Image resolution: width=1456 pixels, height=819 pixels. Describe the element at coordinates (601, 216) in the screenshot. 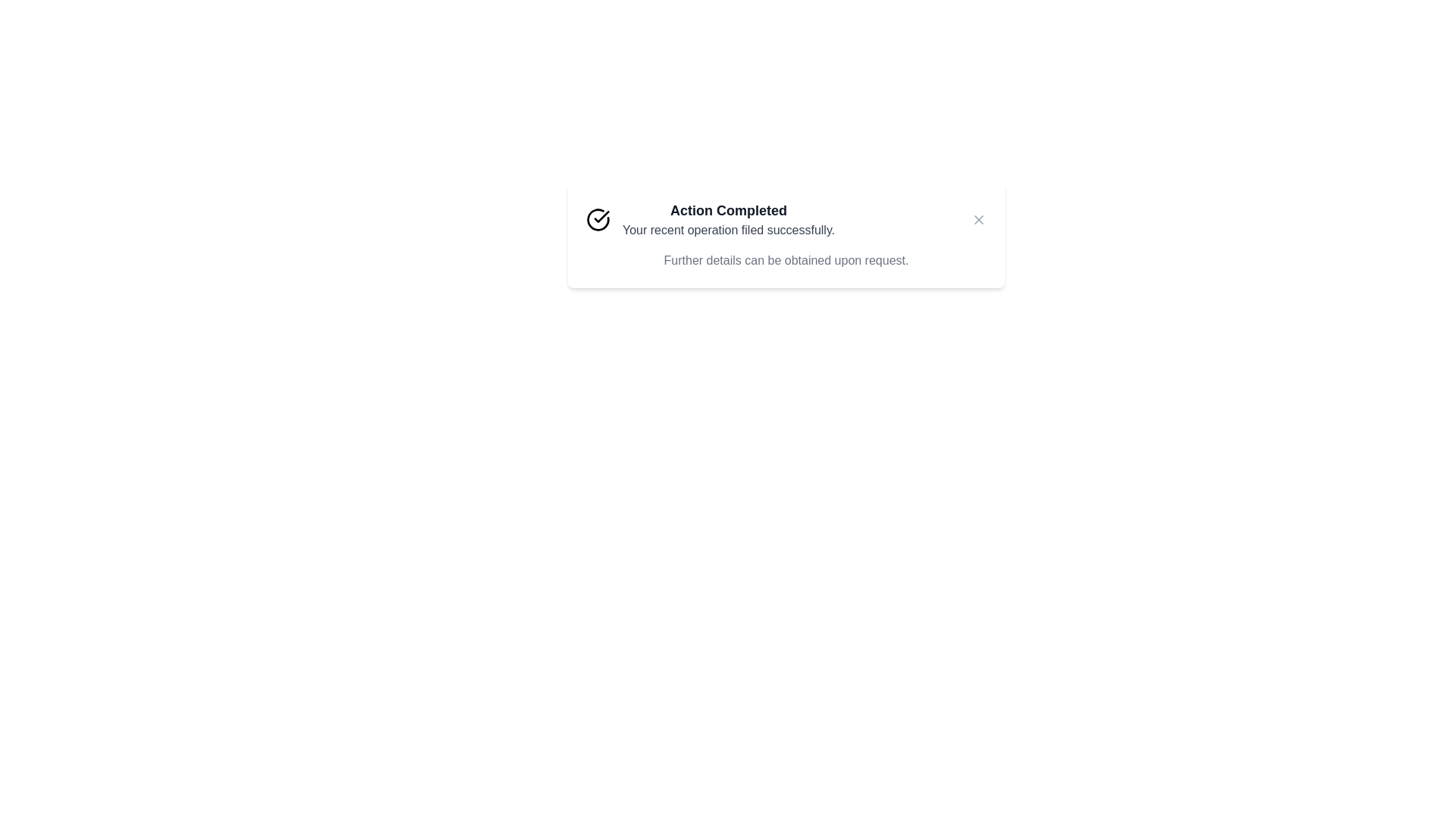

I see `the SVG checkmark icon that indicates successful completion, located centrally within a circular icon at the top-left of the notification card` at that location.